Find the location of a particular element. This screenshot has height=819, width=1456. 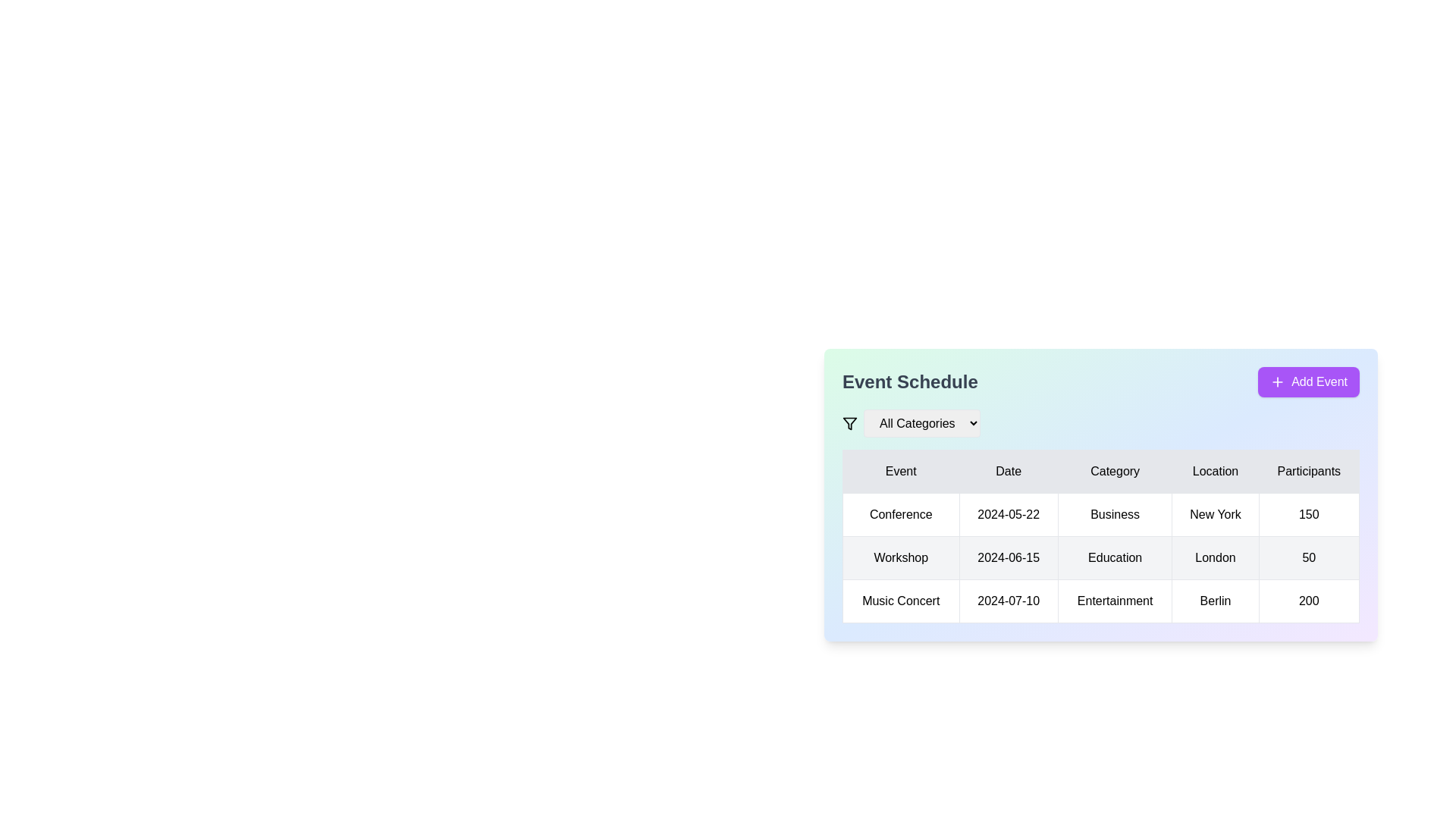

the text label that displays 'London' within the second row of a table, specifically in the 'Location' column, which is styled with a light gray background and has a rectangular shape is located at coordinates (1216, 558).